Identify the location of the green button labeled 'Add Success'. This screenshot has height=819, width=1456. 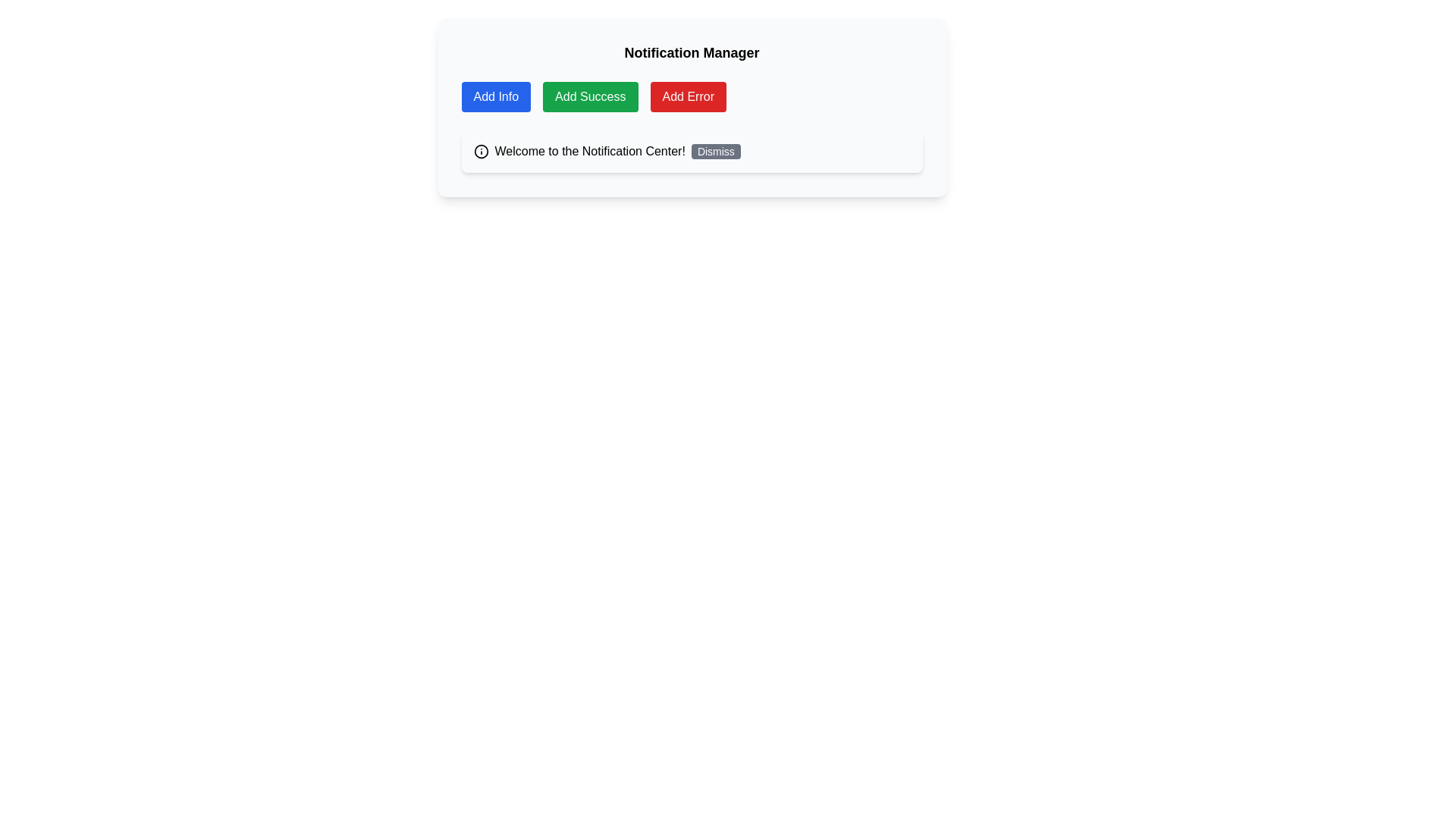
(589, 96).